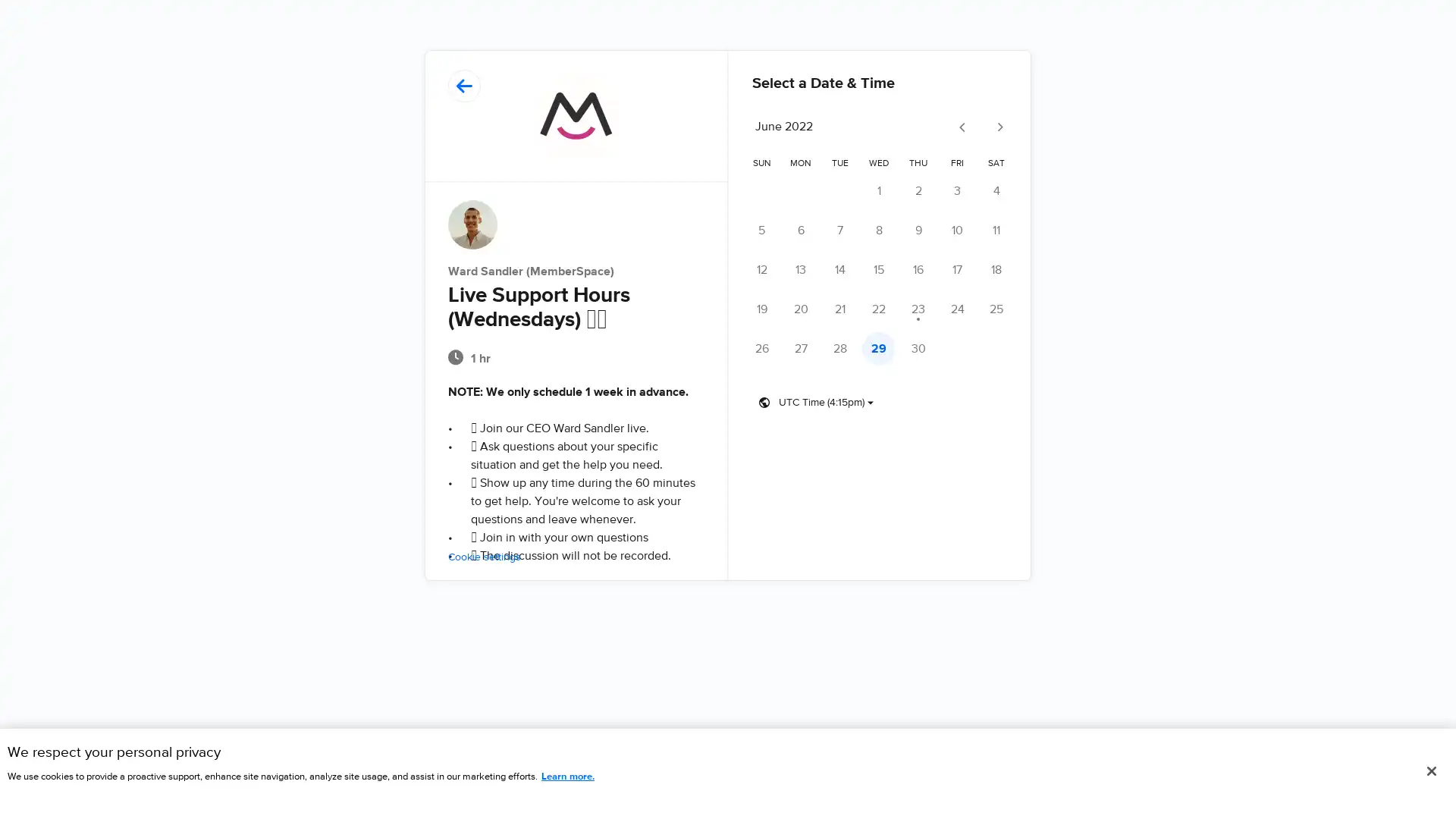 The height and width of the screenshot is (819, 1456). Describe the element at coordinates (761, 231) in the screenshot. I see `Sunday, June 5 - No times available` at that location.